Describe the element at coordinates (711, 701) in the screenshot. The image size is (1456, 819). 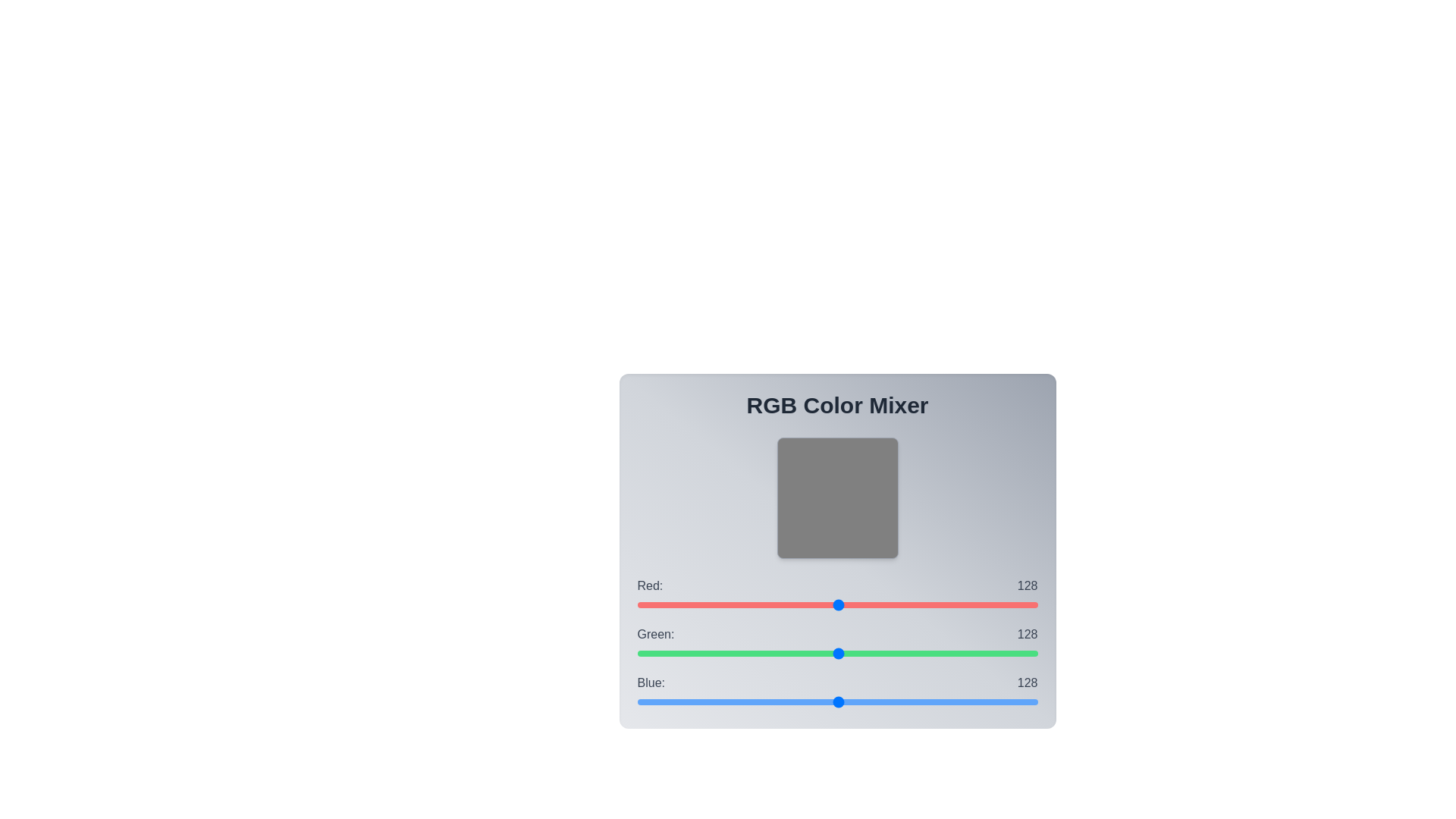
I see `the blue slider to set the blue value to 48` at that location.